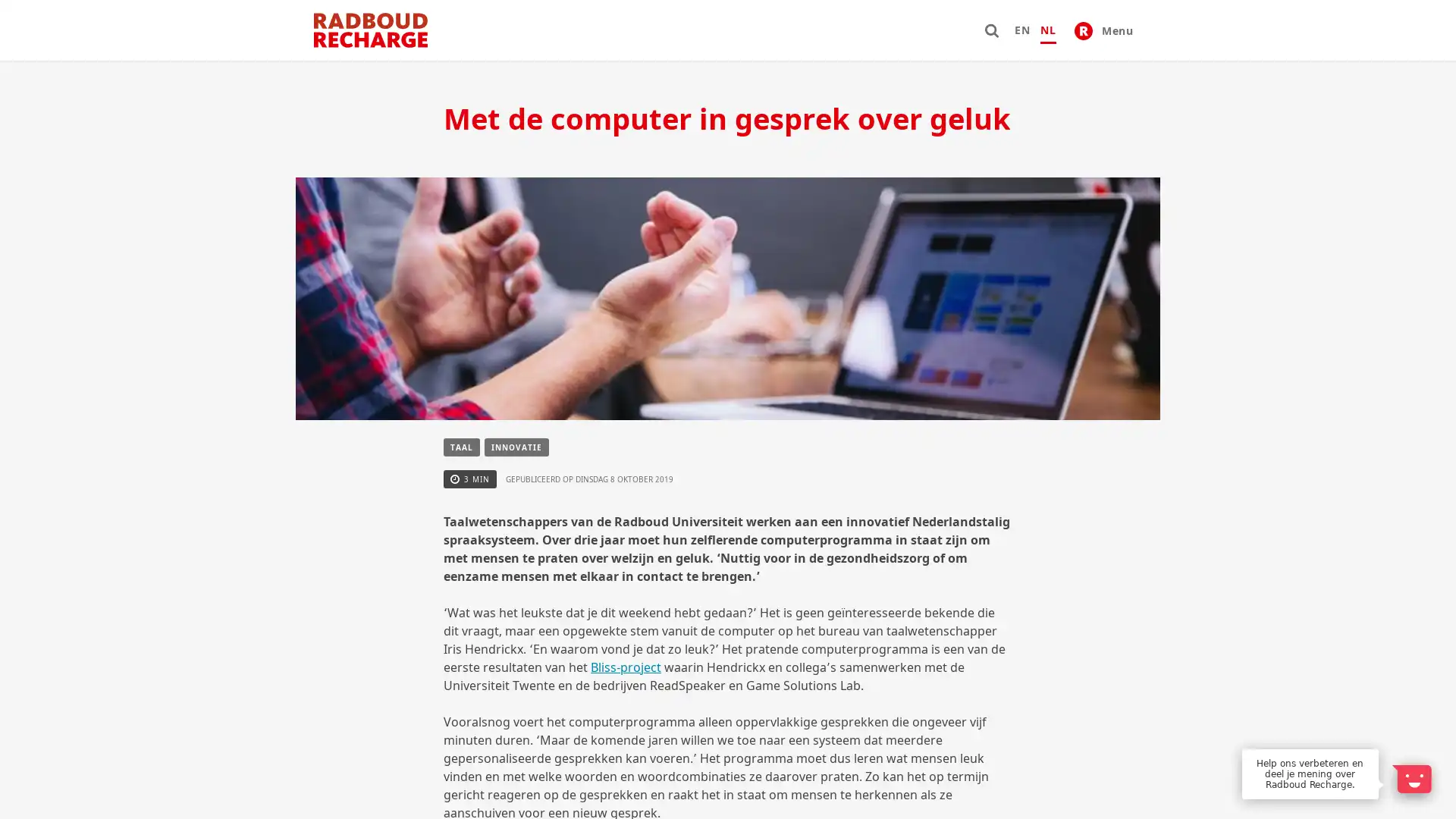 Image resolution: width=1456 pixels, height=819 pixels. Describe the element at coordinates (860, 719) in the screenshot. I see `ANNULEREN` at that location.